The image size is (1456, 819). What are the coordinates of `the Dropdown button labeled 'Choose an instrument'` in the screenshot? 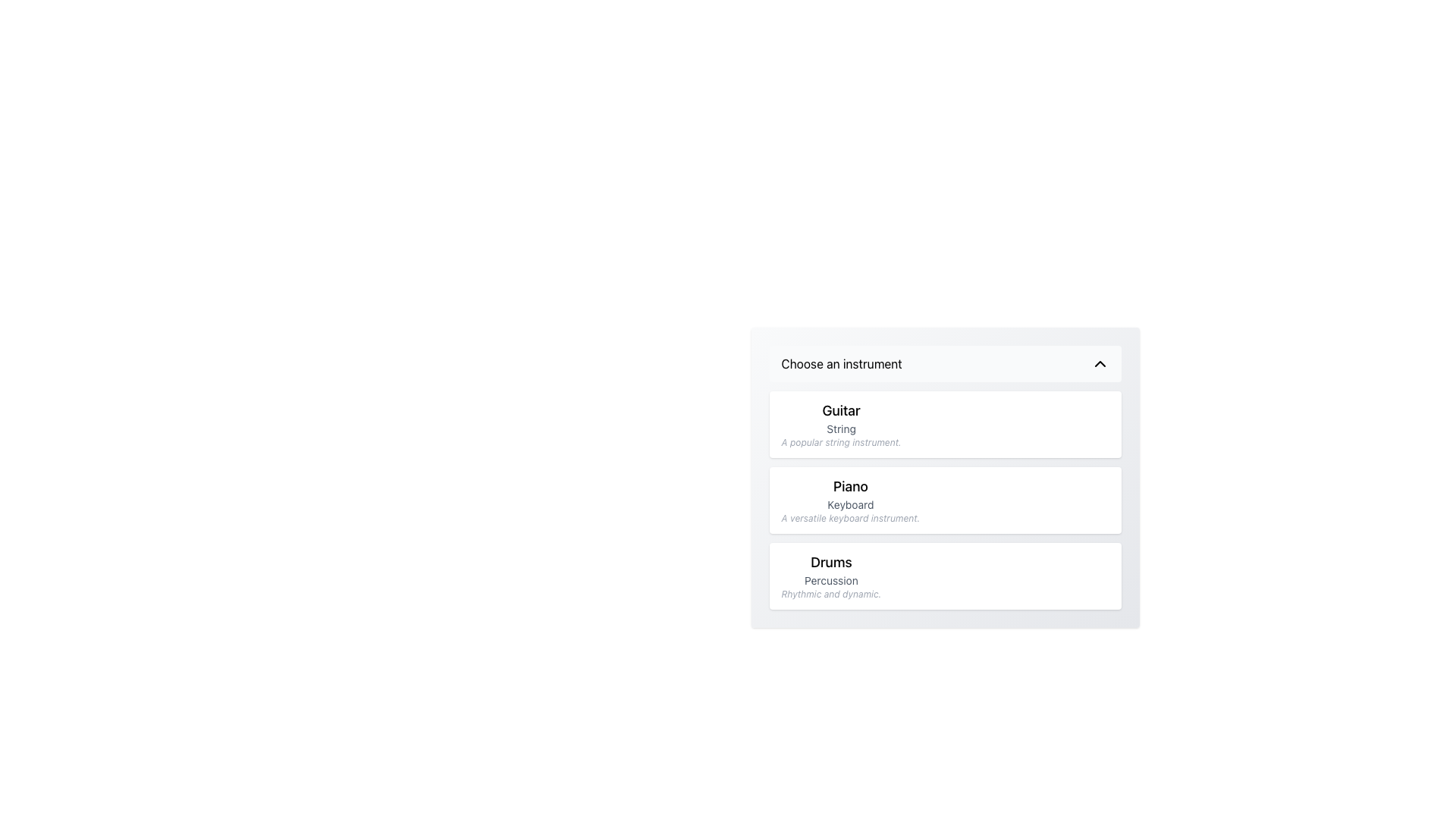 It's located at (944, 363).